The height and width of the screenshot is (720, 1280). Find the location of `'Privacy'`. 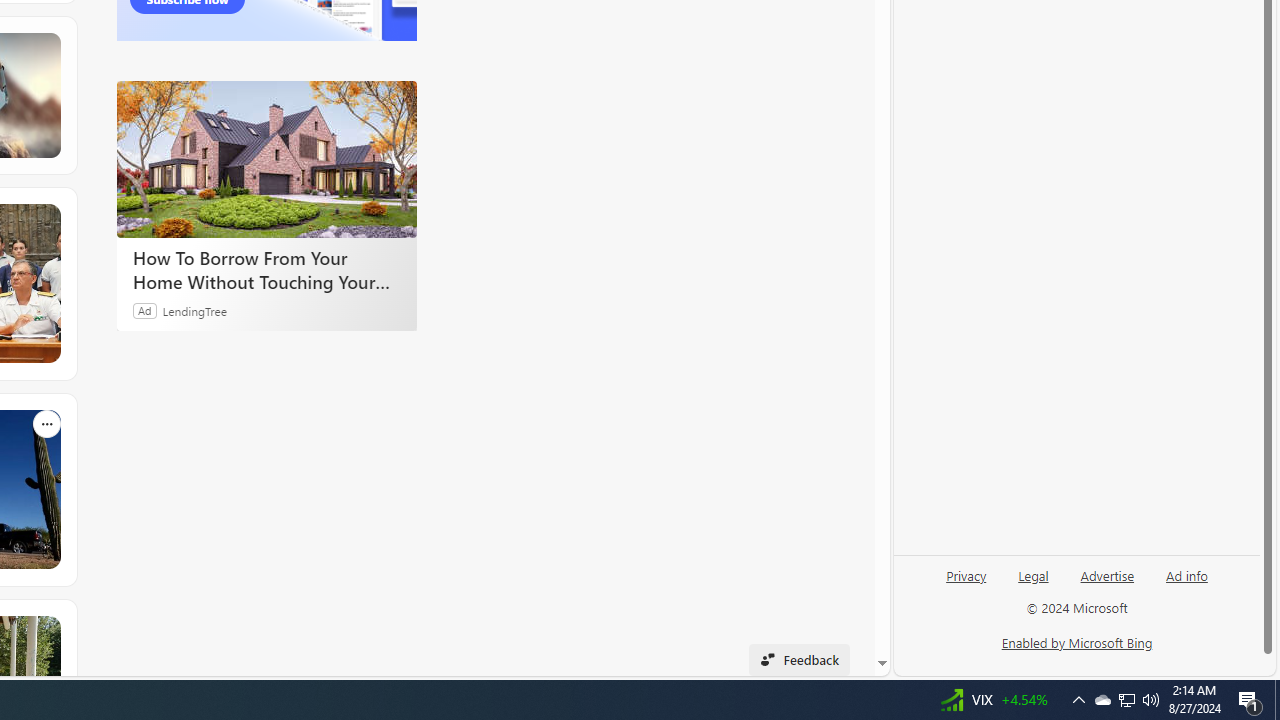

'Privacy' is located at coordinates (966, 574).